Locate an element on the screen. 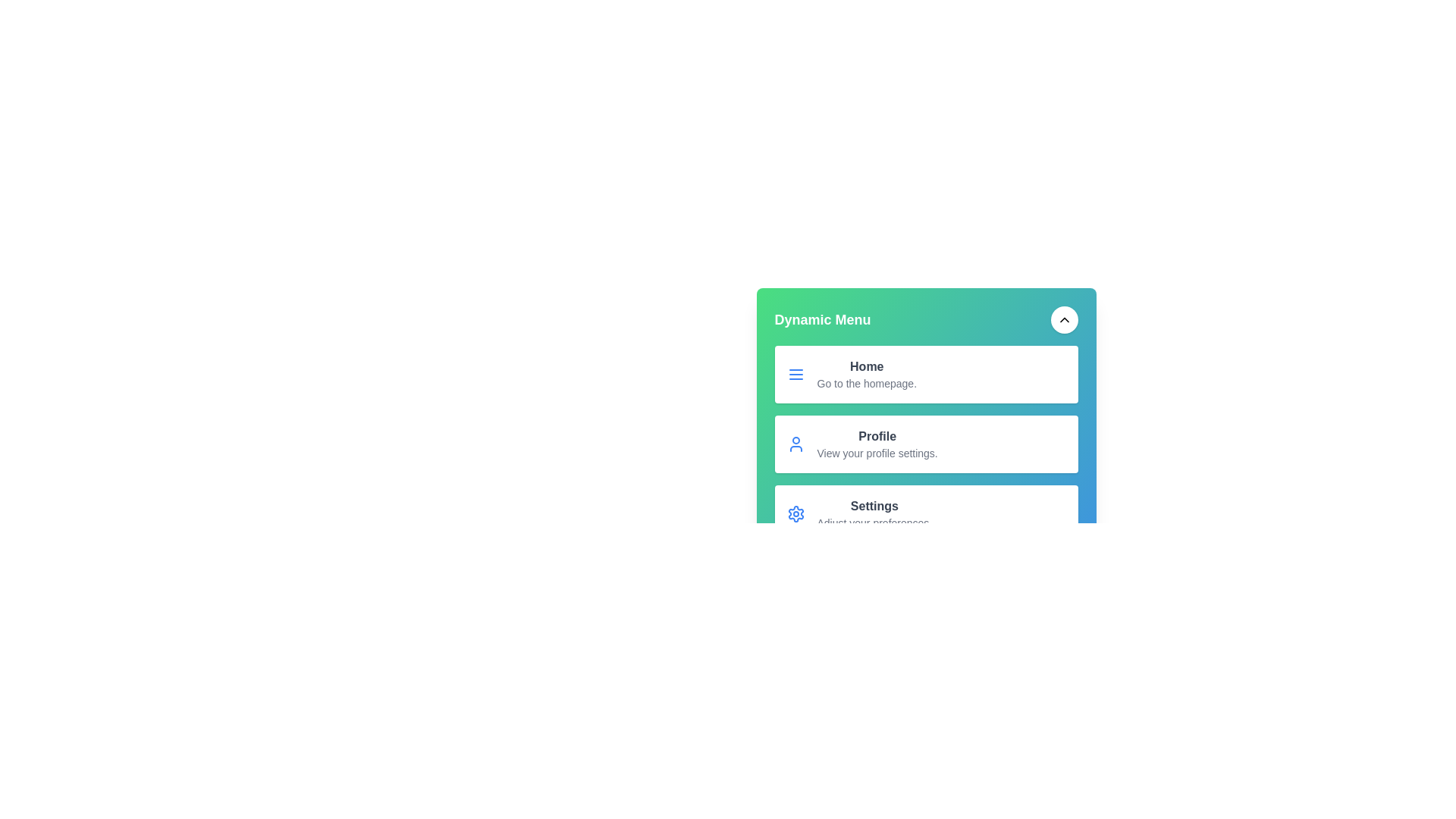 Image resolution: width=1456 pixels, height=819 pixels. the chevron-up icon, which is a minimalistic triangular shape located in the top-right corner of a card-like menu interface is located at coordinates (1063, 318).